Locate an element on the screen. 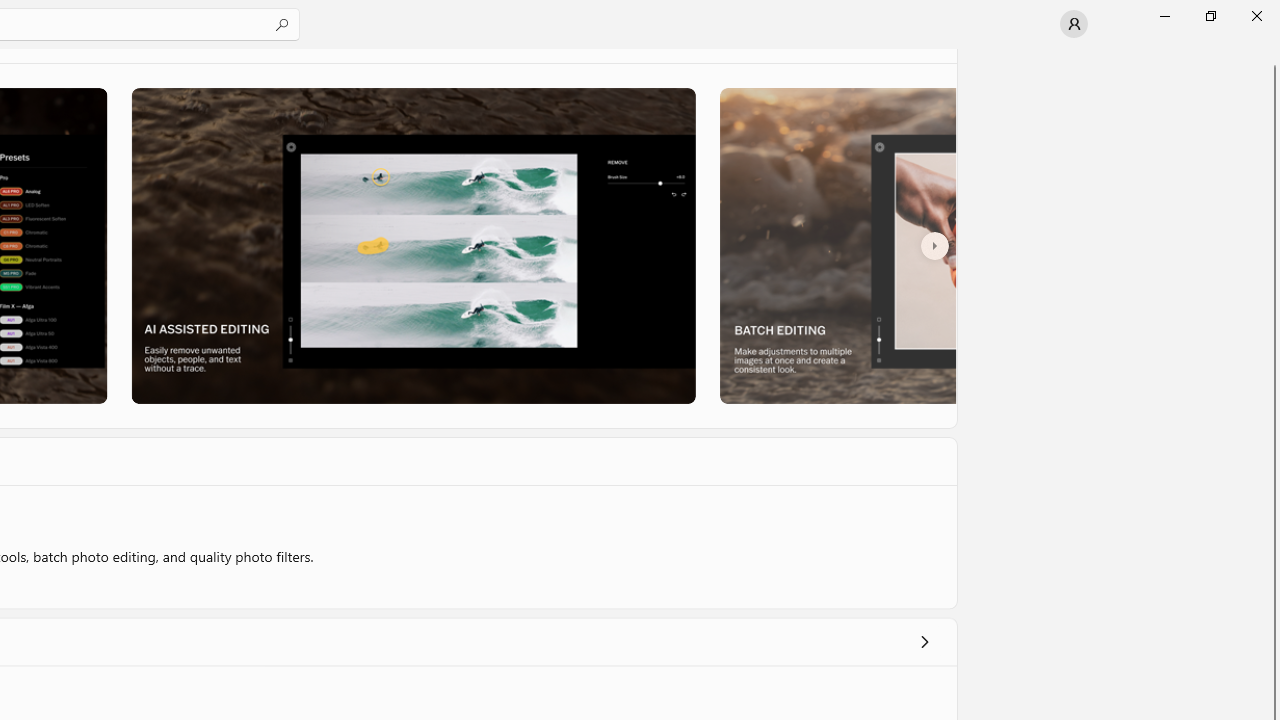 This screenshot has height=720, width=1280. 'User profile' is located at coordinates (1072, 24).